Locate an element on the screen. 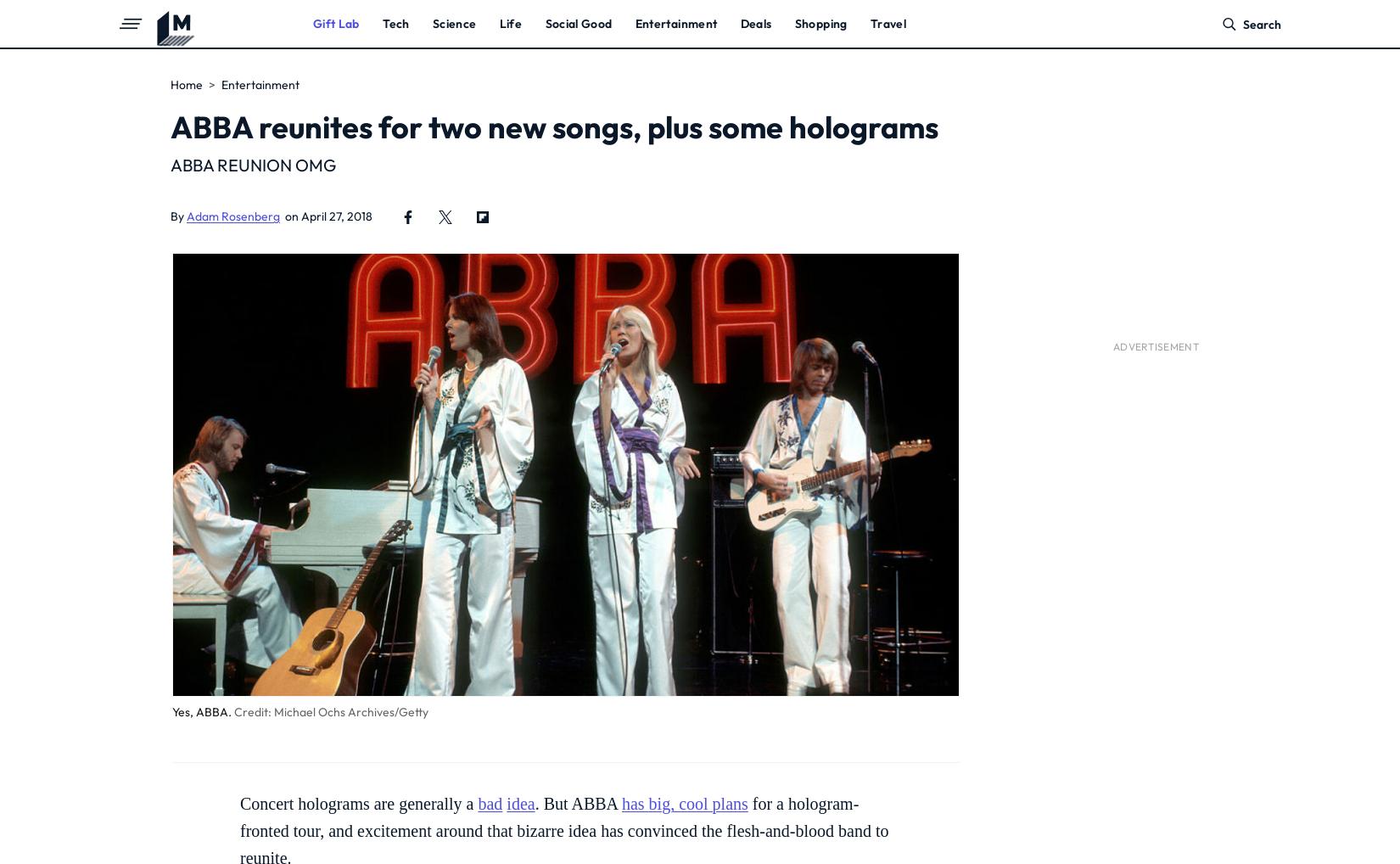  'April 27, 2018' is located at coordinates (336, 216).